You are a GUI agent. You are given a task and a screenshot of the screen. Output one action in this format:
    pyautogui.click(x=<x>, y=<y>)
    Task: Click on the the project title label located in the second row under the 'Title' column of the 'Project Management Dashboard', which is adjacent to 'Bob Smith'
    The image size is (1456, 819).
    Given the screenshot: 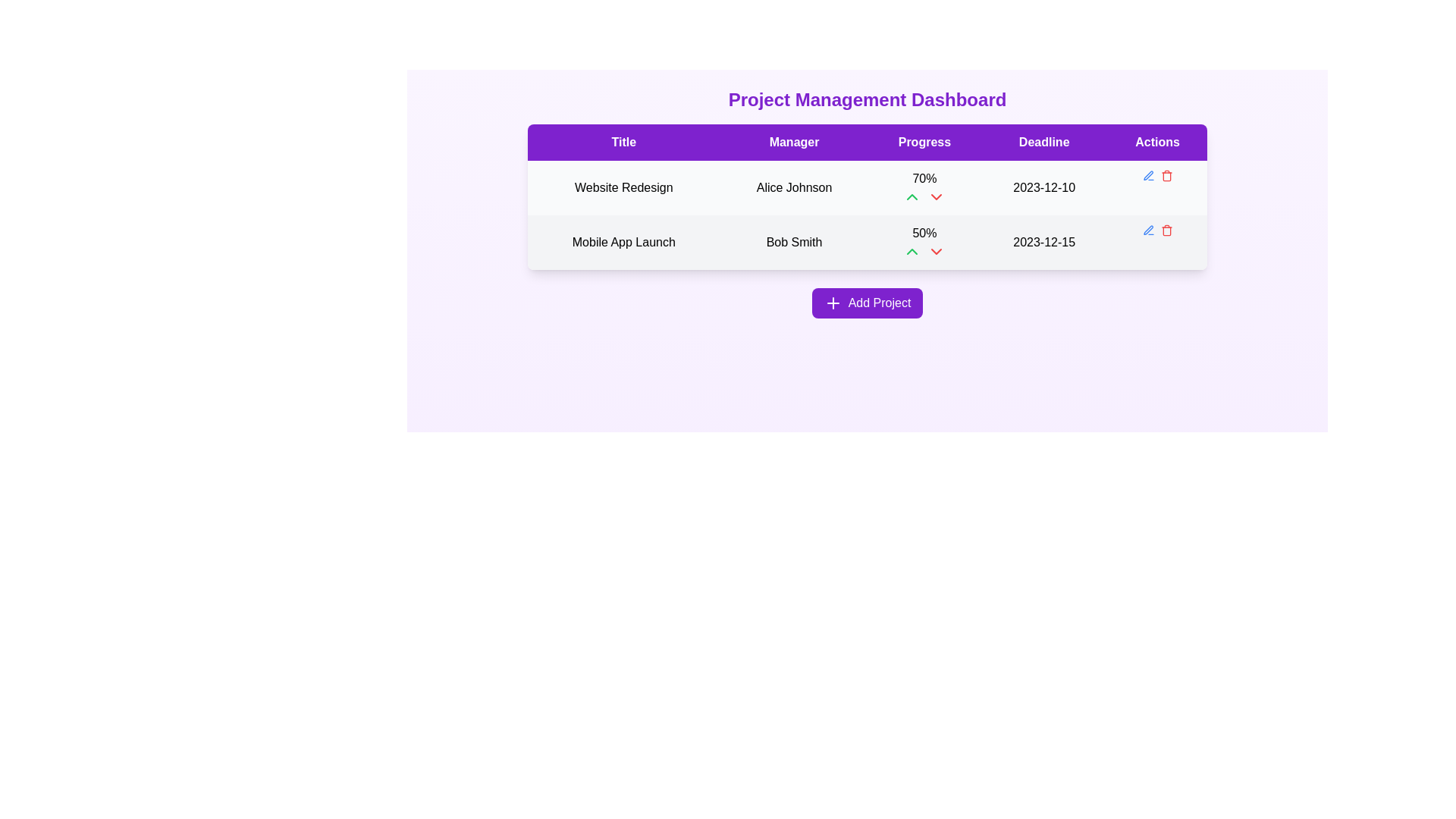 What is the action you would take?
    pyautogui.click(x=623, y=242)
    